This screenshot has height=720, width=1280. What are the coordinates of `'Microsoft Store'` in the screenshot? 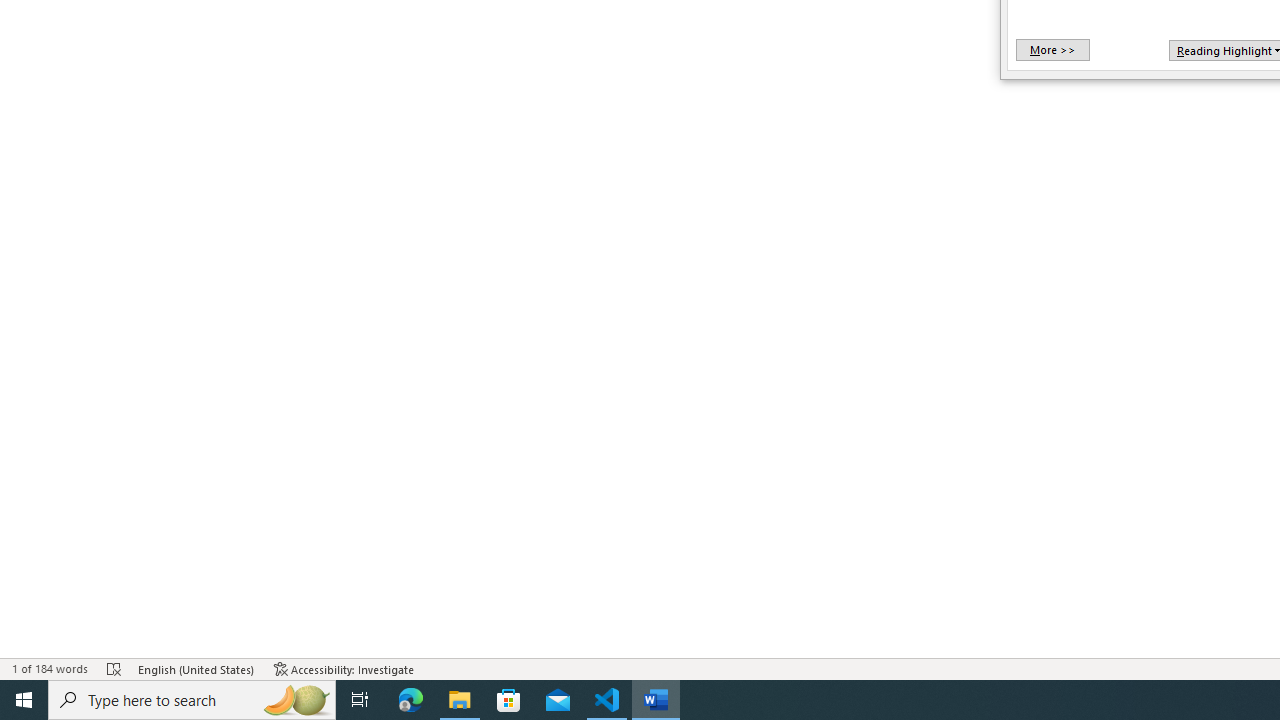 It's located at (509, 698).